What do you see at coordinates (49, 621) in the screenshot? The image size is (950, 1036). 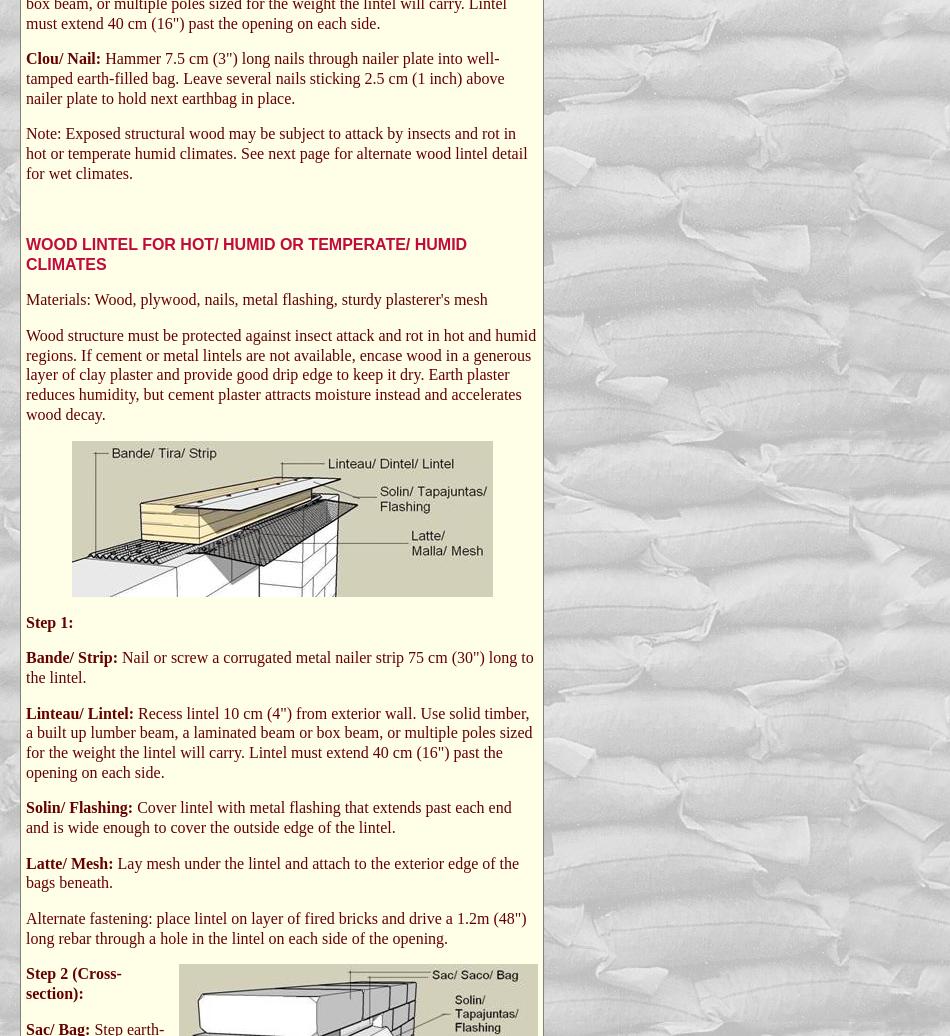 I see `'Step 1:'` at bounding box center [49, 621].